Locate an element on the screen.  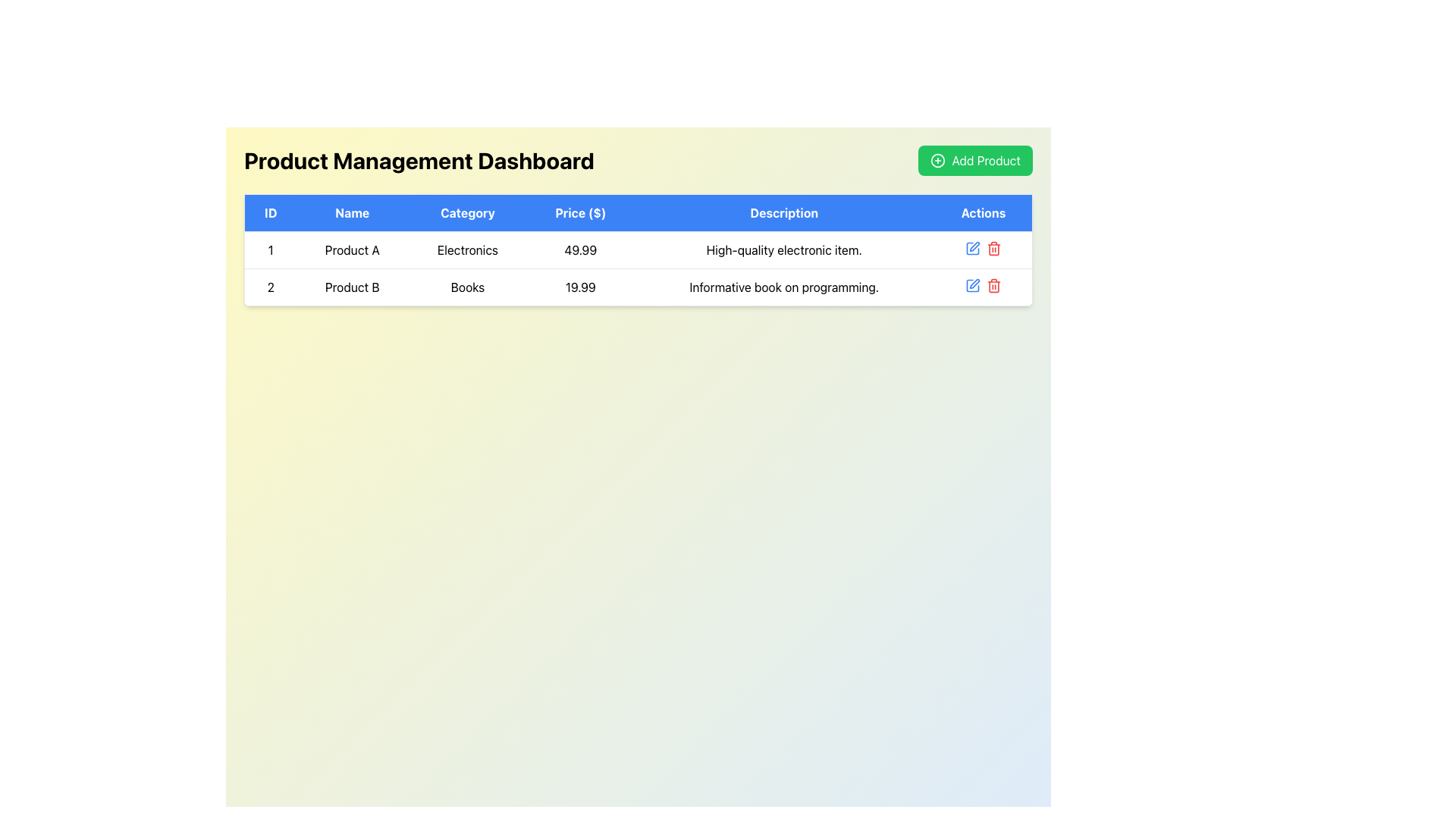
the 'Add Product' button, which has a green background and a plus sign icon, located at the far right end of the 'Product Management Dashboard' header is located at coordinates (975, 161).